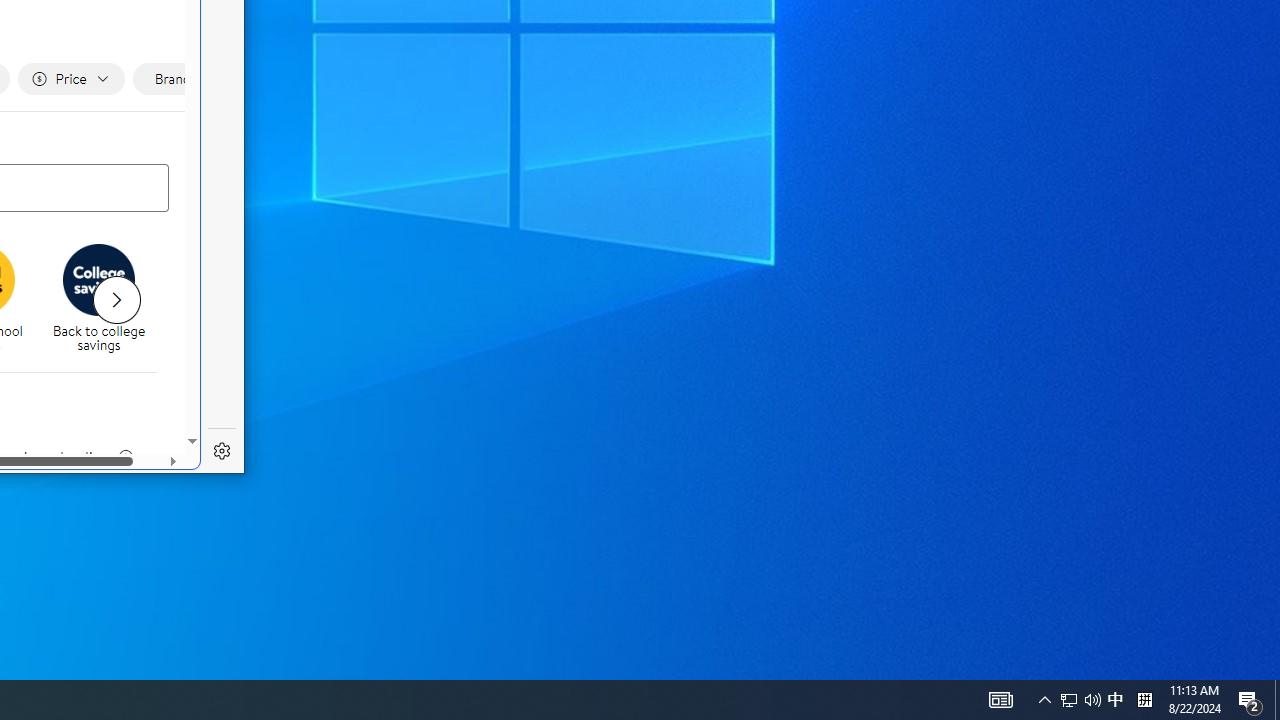  I want to click on 'Action Center, 2 new notifications', so click(1250, 698).